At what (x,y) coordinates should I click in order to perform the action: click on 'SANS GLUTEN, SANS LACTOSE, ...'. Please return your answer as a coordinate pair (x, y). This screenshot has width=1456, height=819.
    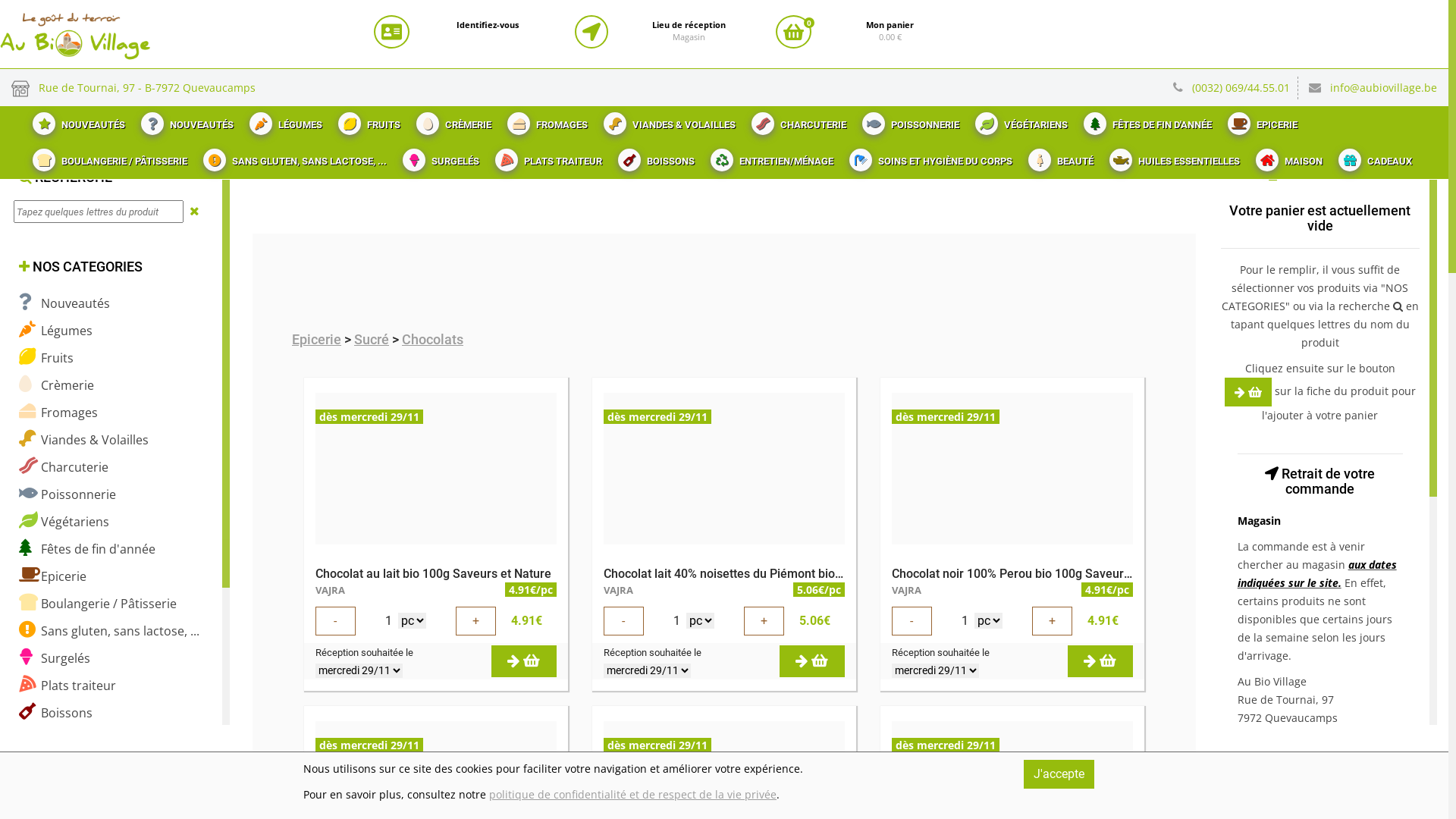
    Looking at the image, I should click on (293, 157).